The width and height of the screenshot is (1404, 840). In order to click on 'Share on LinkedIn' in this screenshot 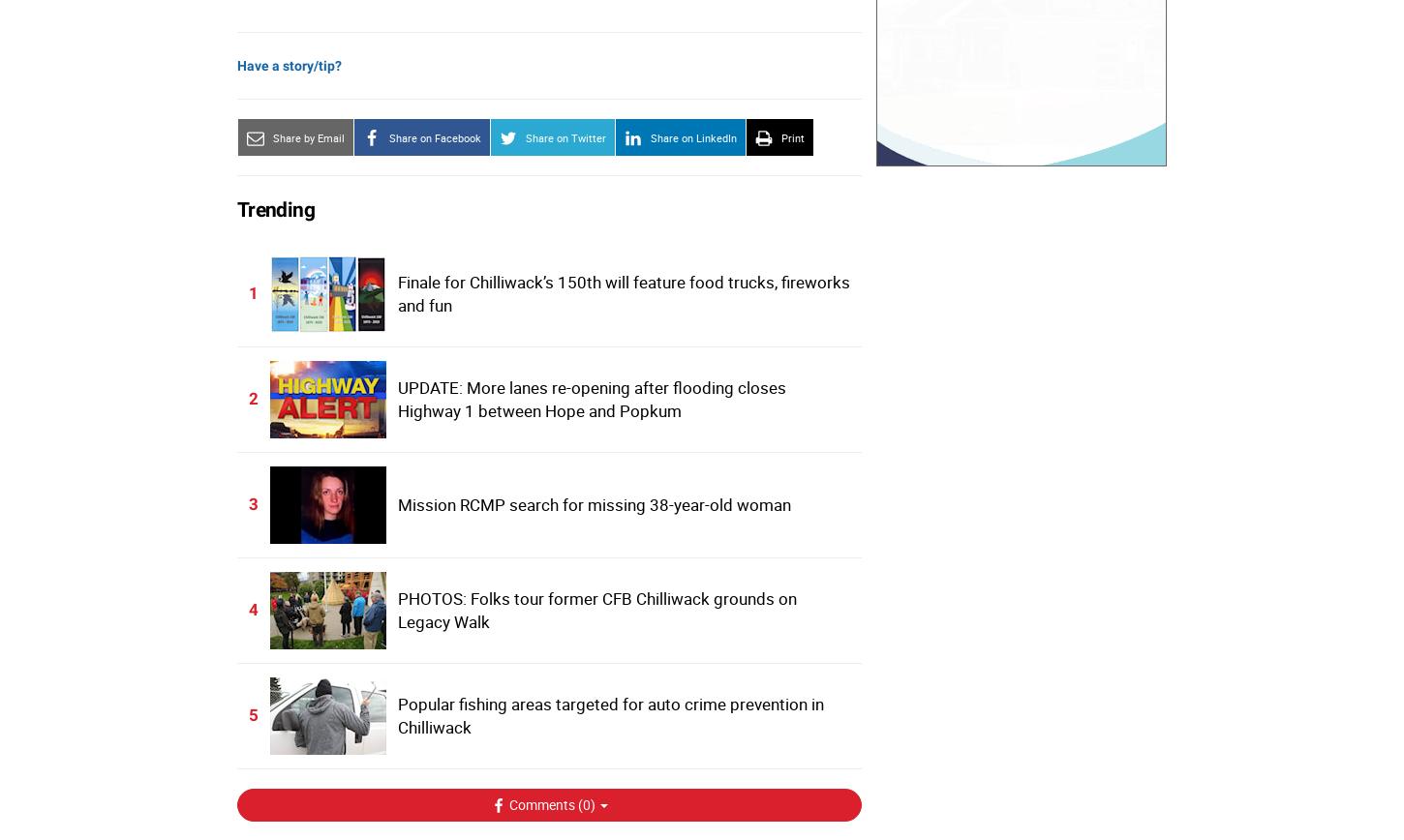, I will do `click(692, 136)`.